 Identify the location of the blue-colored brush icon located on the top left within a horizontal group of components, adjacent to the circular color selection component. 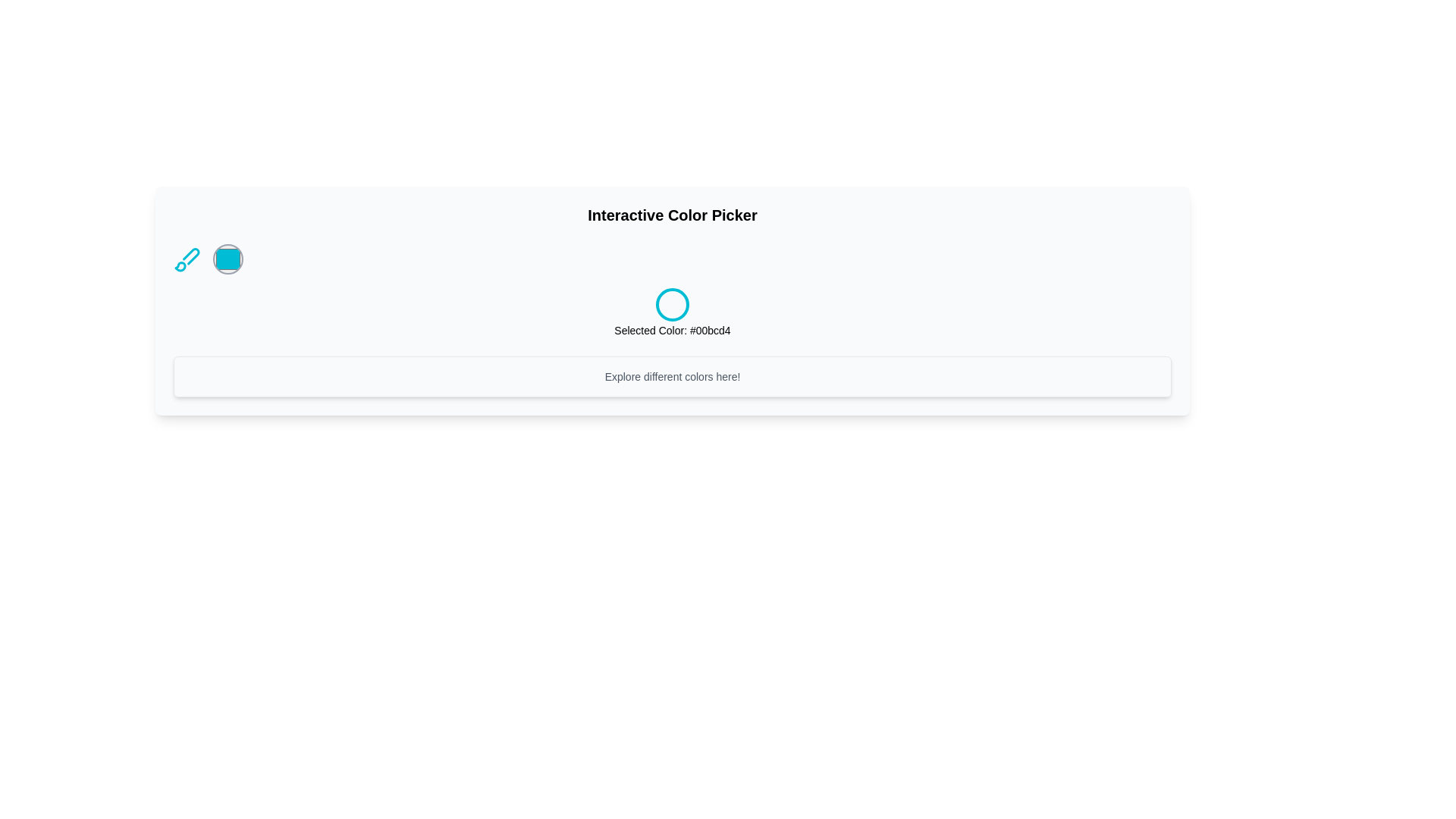
(186, 259).